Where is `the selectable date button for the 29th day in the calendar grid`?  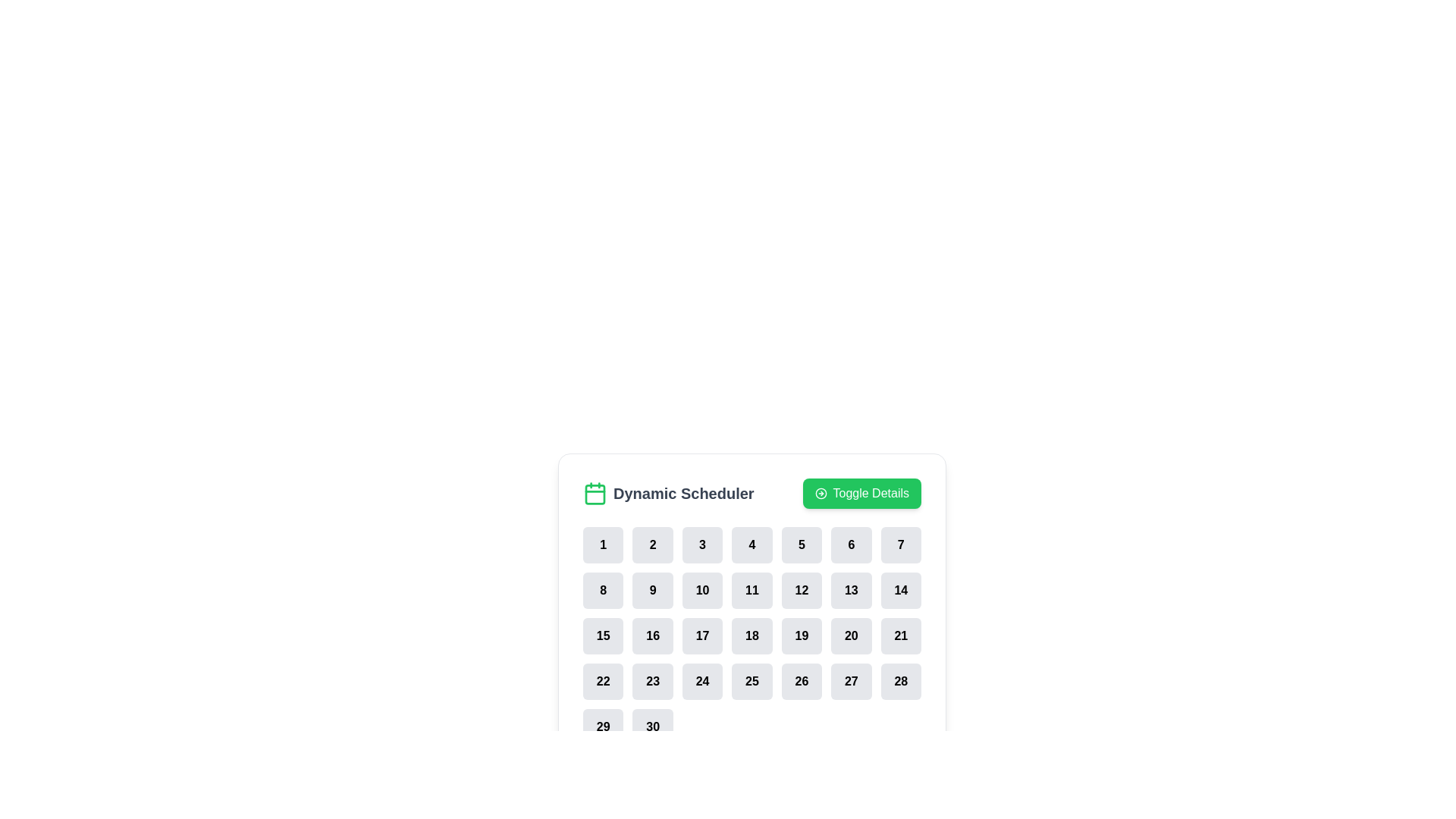
the selectable date button for the 29th day in the calendar grid is located at coordinates (602, 726).